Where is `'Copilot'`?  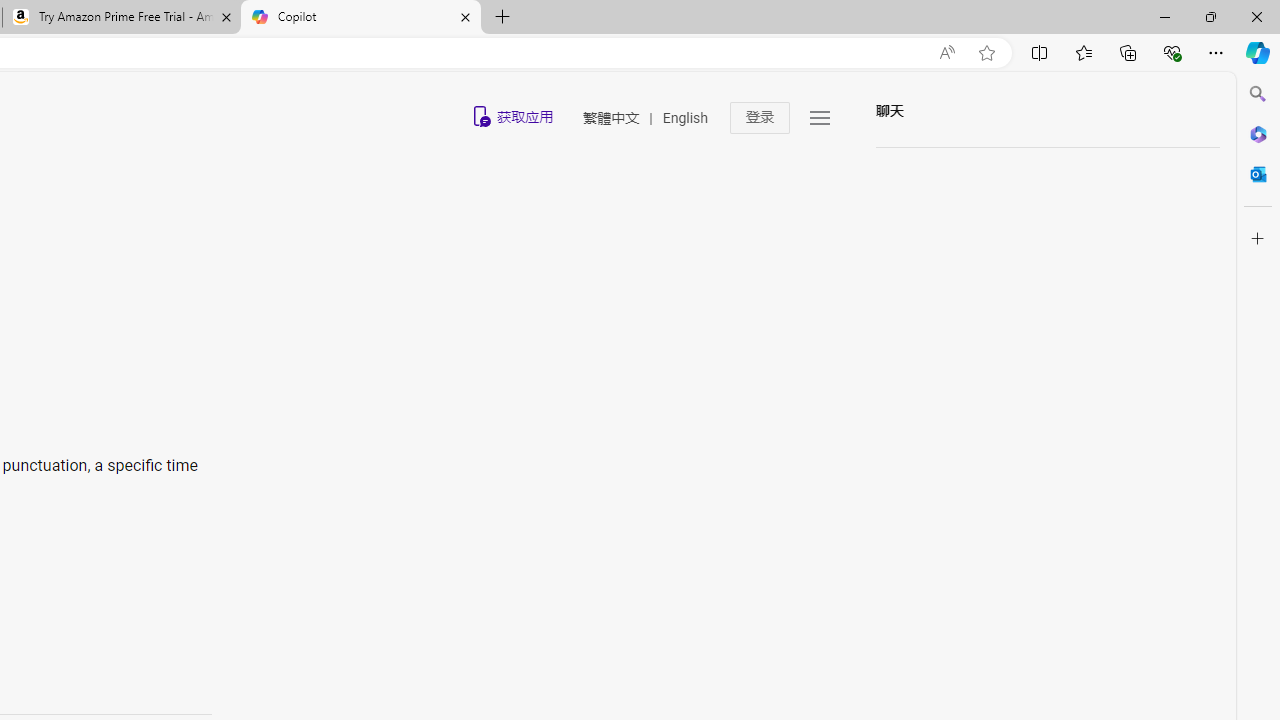 'Copilot' is located at coordinates (360, 17).